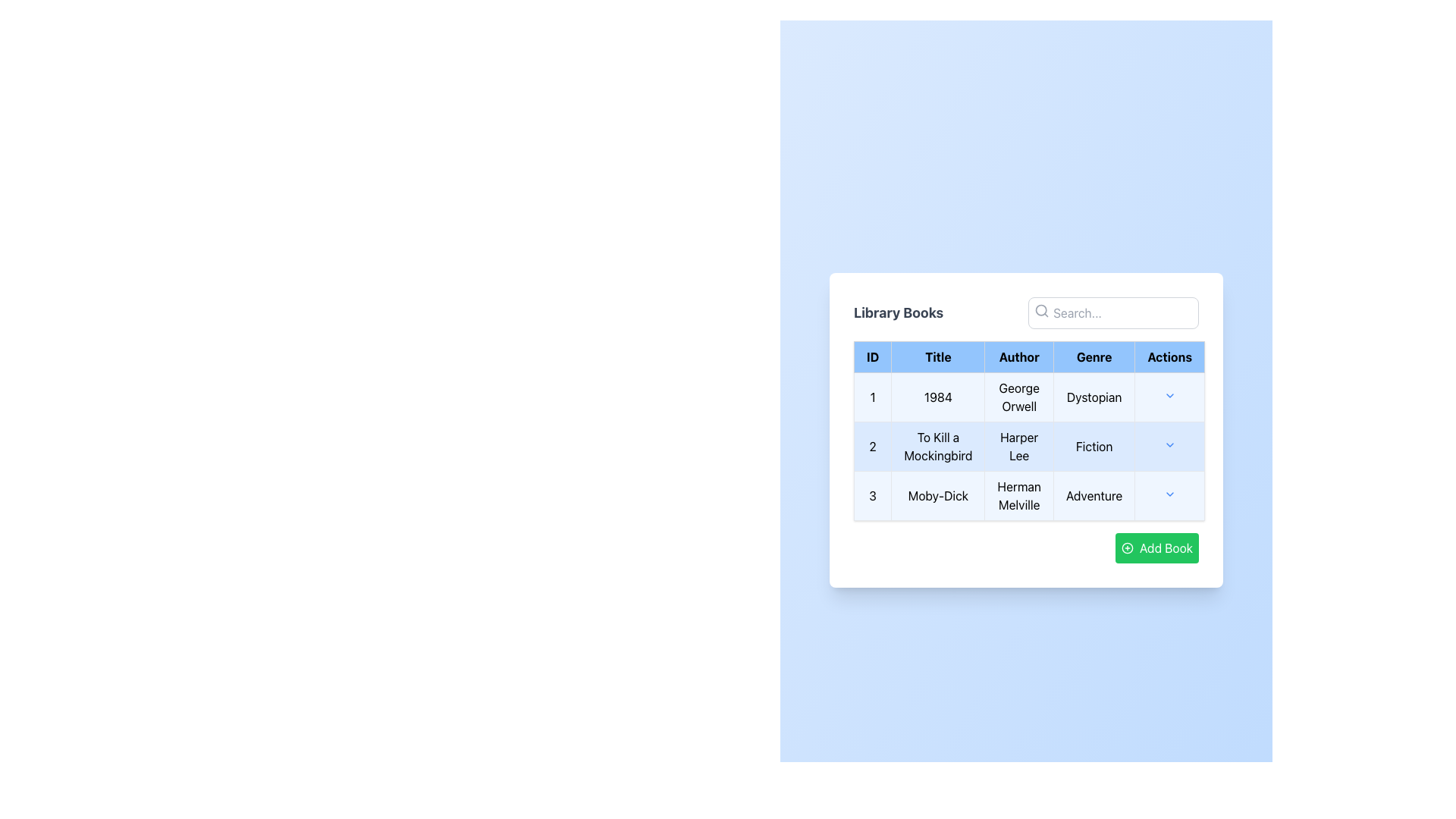 This screenshot has height=819, width=1456. What do you see at coordinates (937, 396) in the screenshot?
I see `the text display element that shows '1984' within a bordered rectangular cell, located in the 'Title' column of the table, positioned between '1' and 'George Orwell'` at bounding box center [937, 396].